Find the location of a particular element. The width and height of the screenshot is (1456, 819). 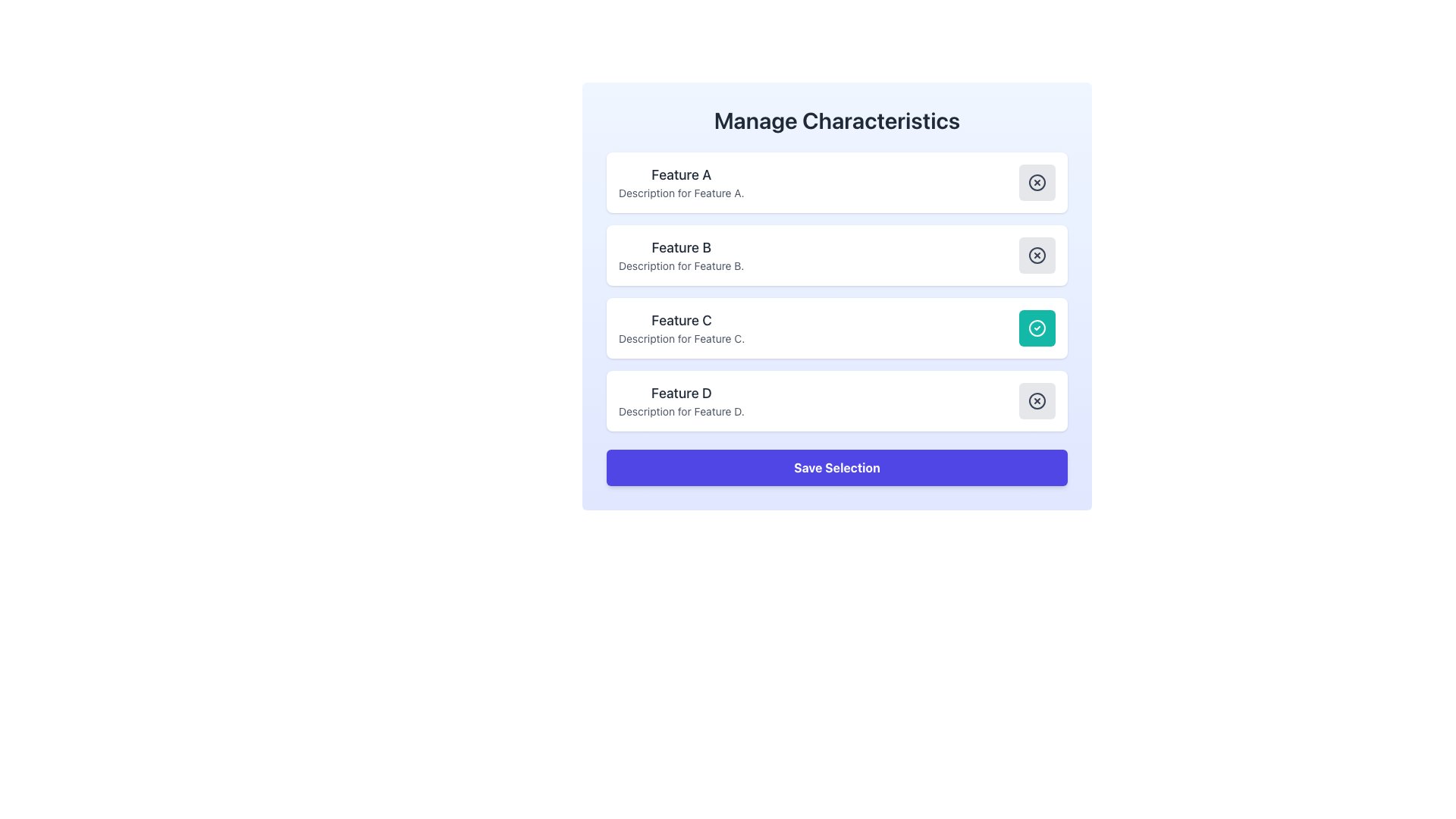

descriptive text located below the title 'Feature B' in the second section of the vertical list of features, which is aligned centrally within the interface below the heading 'Manage Characteristics' is located at coordinates (680, 265).